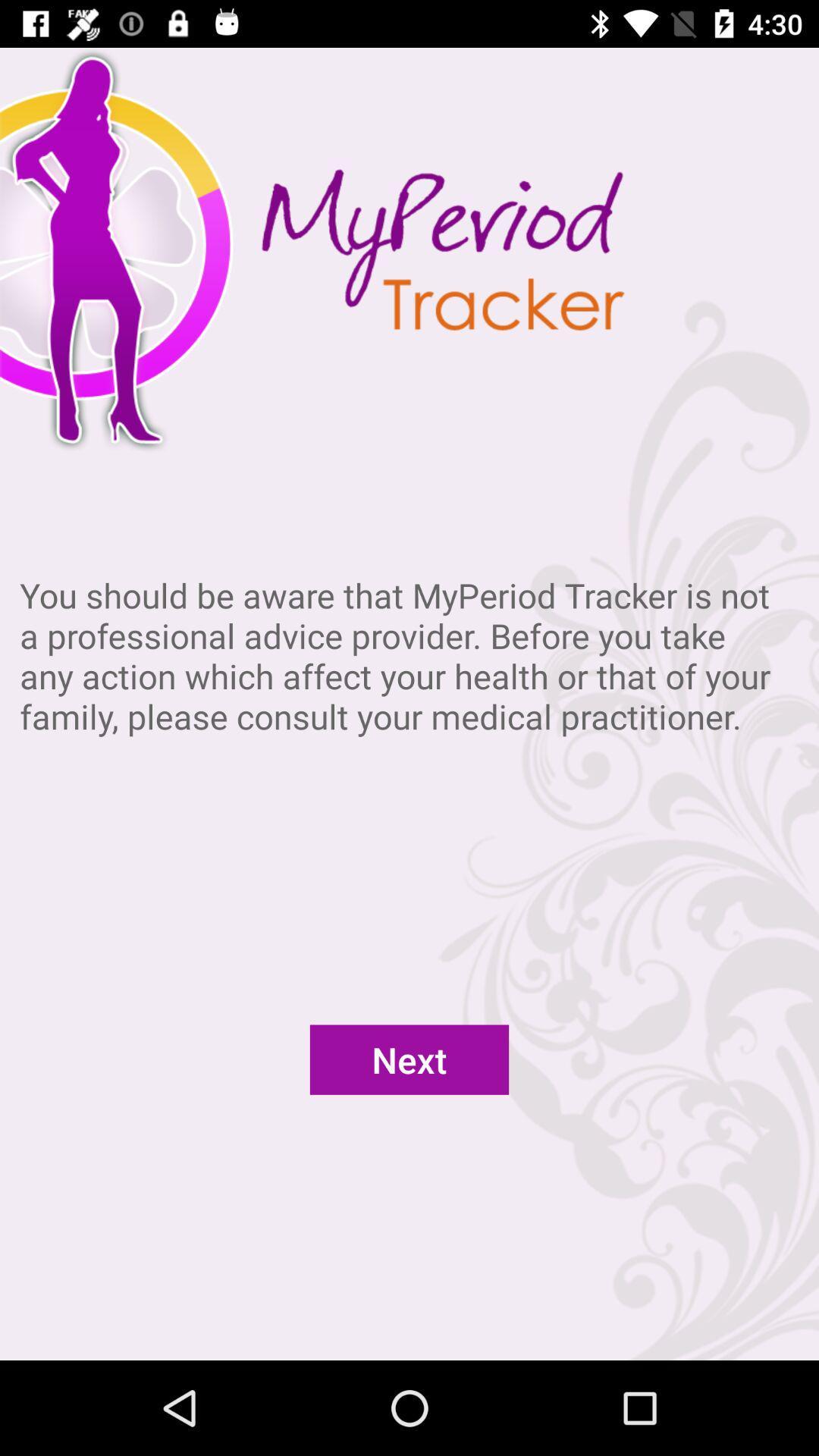 This screenshot has height=1456, width=819. What do you see at coordinates (409, 1059) in the screenshot?
I see `next` at bounding box center [409, 1059].